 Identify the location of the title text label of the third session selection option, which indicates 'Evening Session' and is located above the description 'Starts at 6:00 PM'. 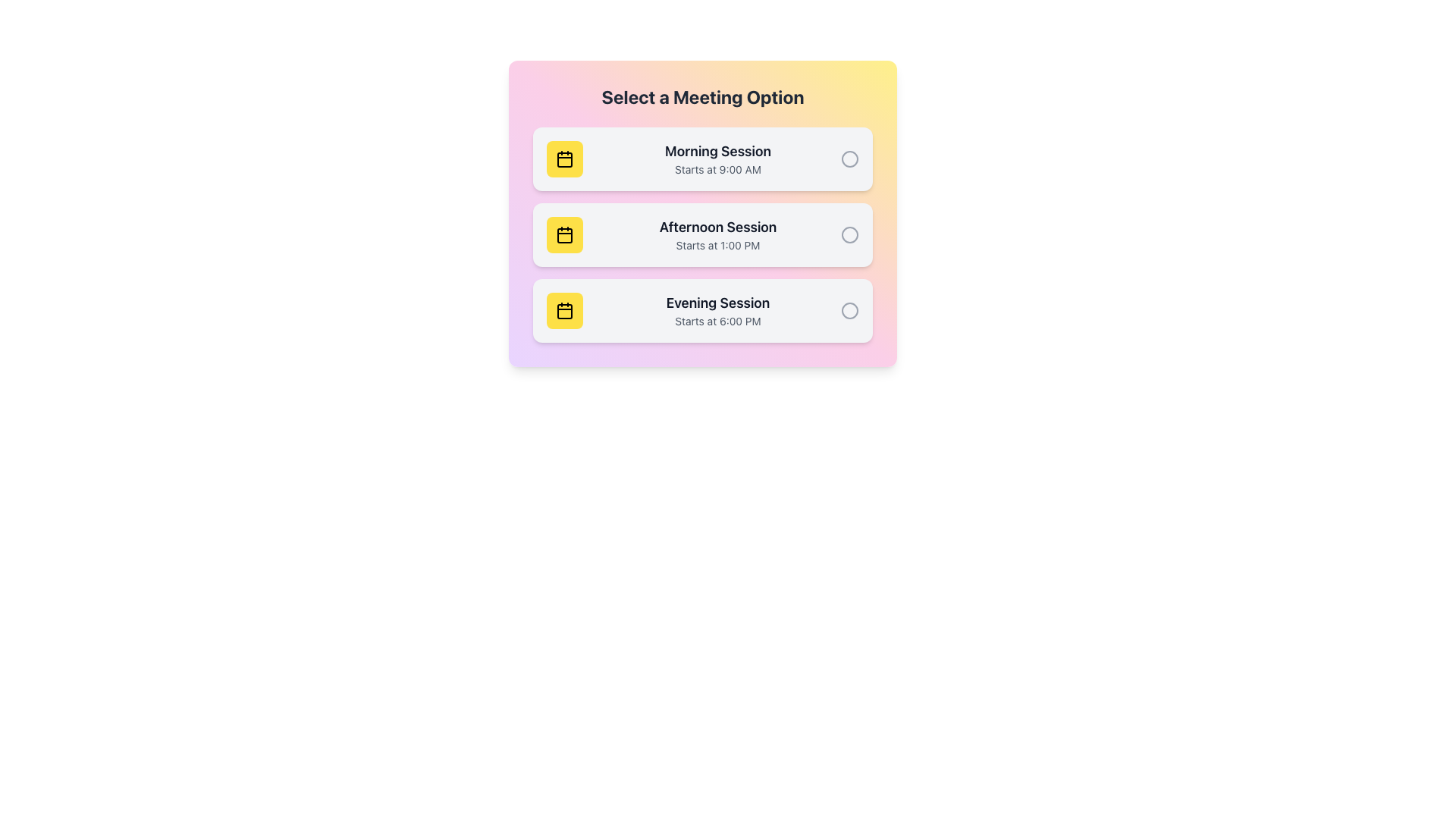
(717, 303).